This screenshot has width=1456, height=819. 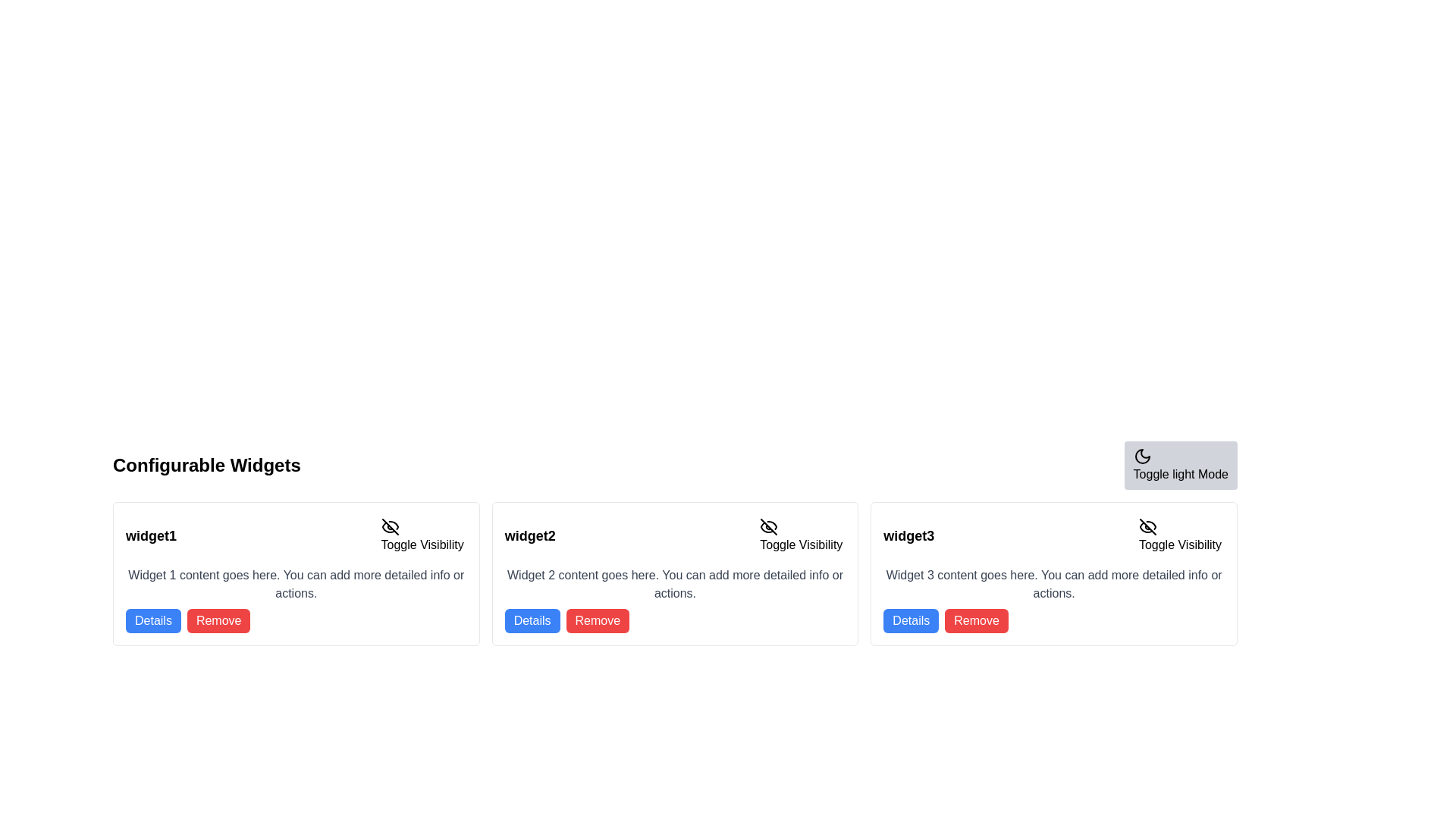 I want to click on the text block containing 'Widget 2 content goes here.' located within the 'widget2' widget, so click(x=674, y=598).